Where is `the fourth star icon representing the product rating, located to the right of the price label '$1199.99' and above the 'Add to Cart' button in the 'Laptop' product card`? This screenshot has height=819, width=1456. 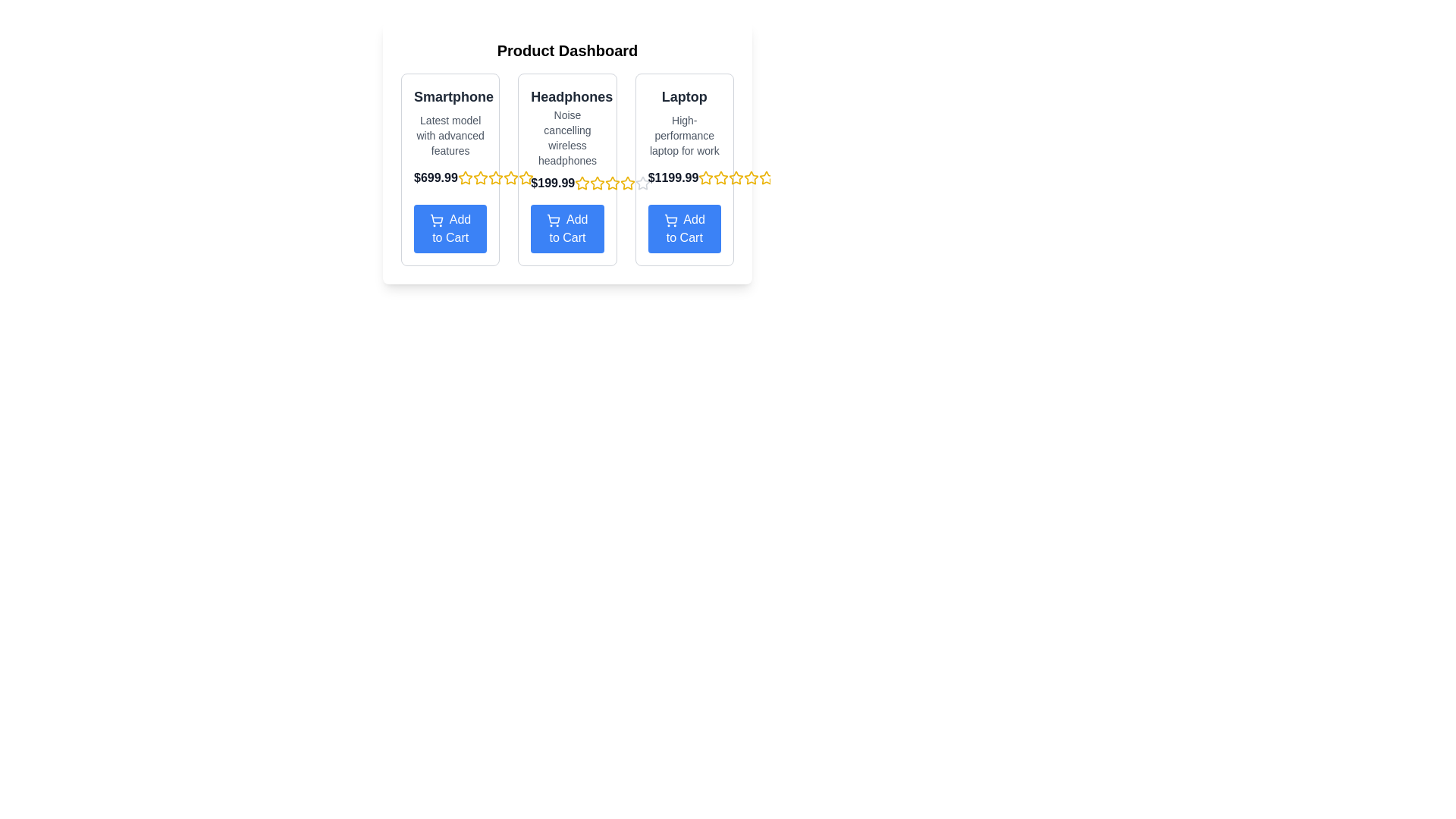 the fourth star icon representing the product rating, located to the right of the price label '$1199.99' and above the 'Add to Cart' button in the 'Laptop' product card is located at coordinates (736, 177).